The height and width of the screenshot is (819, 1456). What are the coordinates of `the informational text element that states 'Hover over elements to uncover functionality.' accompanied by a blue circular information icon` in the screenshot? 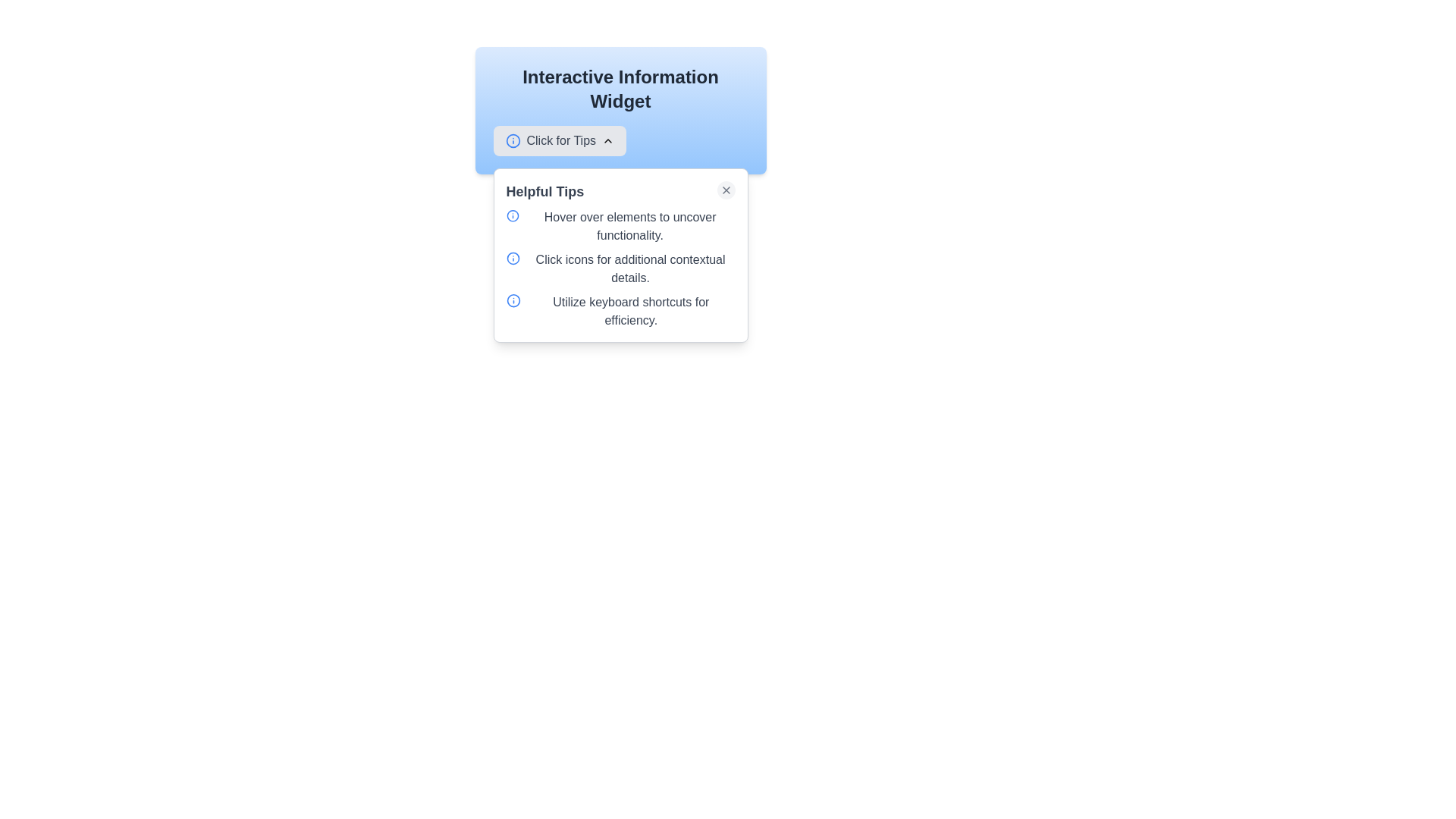 It's located at (620, 227).